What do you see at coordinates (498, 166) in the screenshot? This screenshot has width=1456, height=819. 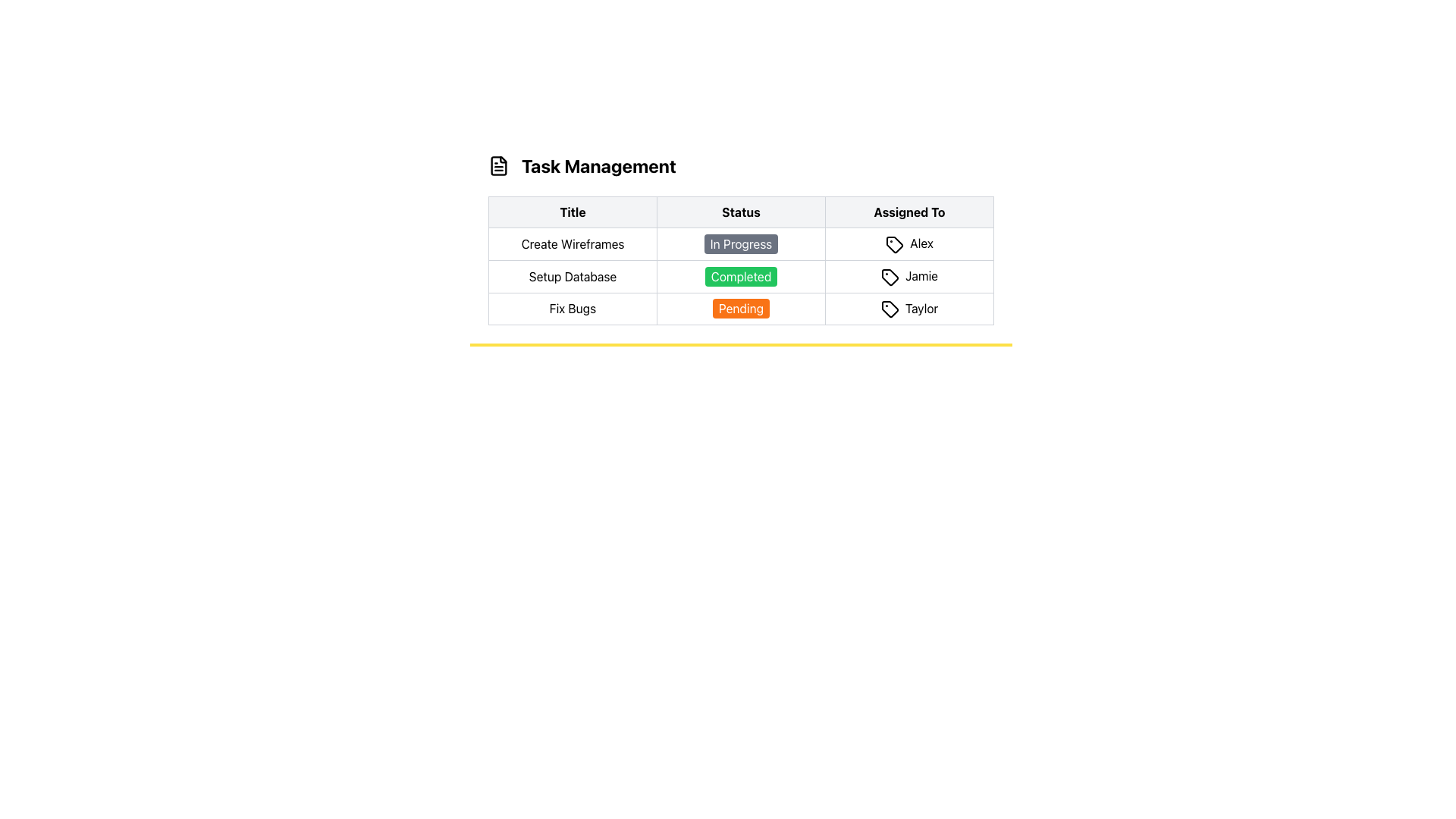 I see `the file icon located to the left of the text 'Task Management', which has a paper-like background and small textual indicators, resembling a document` at bounding box center [498, 166].